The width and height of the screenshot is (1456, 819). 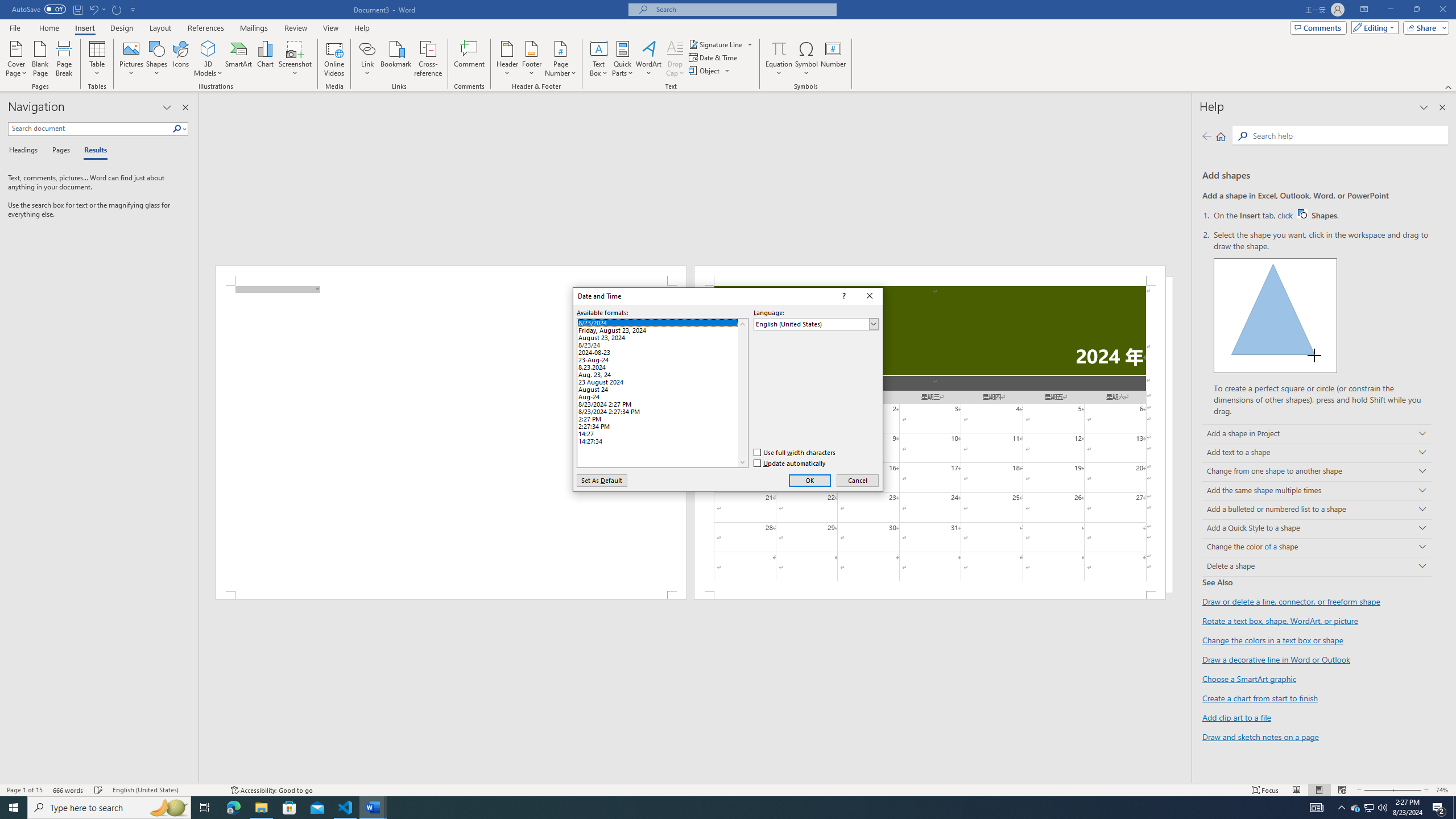 What do you see at coordinates (1454, 806) in the screenshot?
I see `'Show desktop'` at bounding box center [1454, 806].